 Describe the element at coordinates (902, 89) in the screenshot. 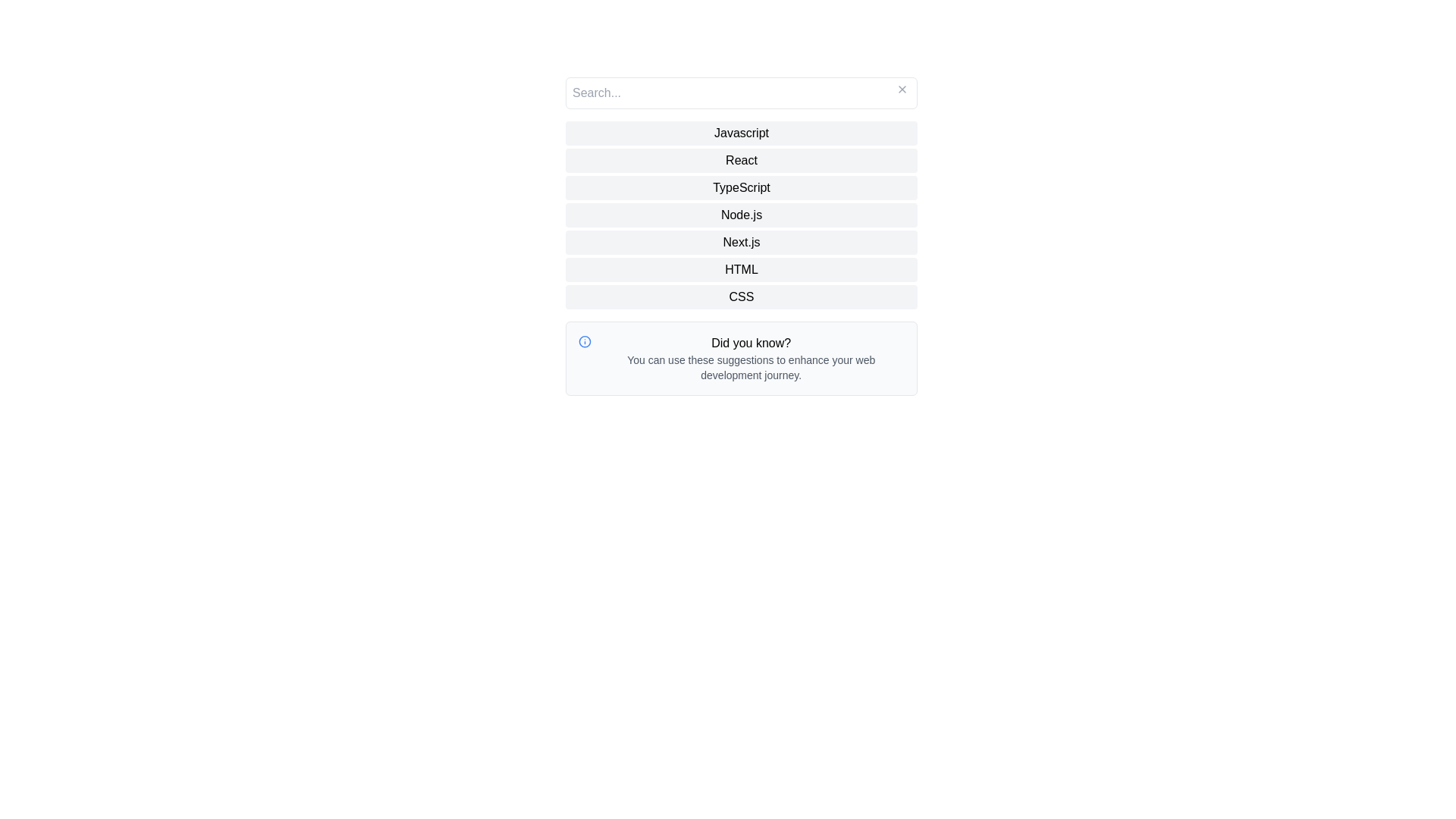

I see `the clear button positioned at the top-right corner of the input field to reset or erase the field's content` at that location.